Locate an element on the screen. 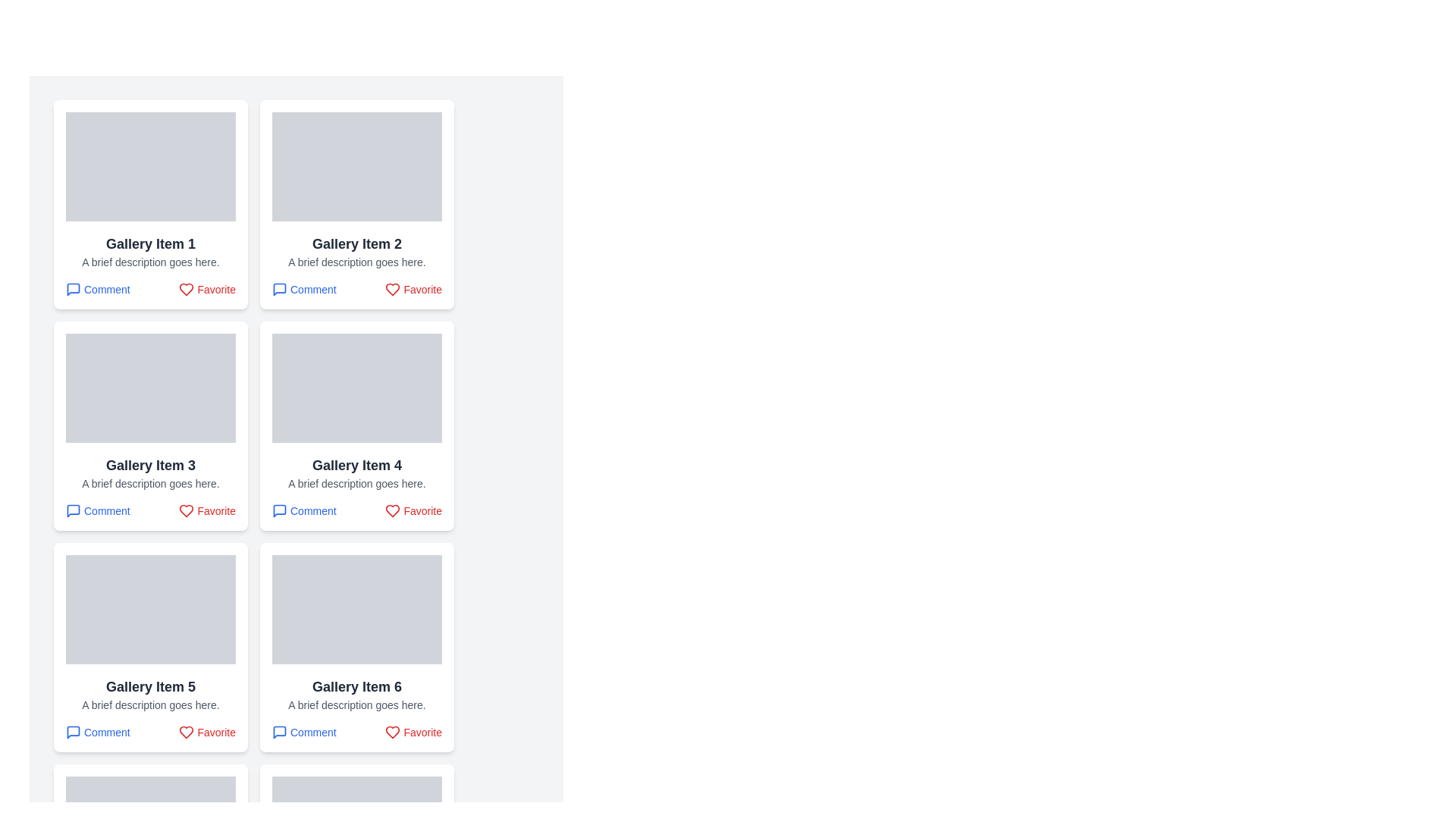  the speech bubble icon indicating comments, located in the 'Comment' grouping of the second card in the third row is located at coordinates (280, 511).